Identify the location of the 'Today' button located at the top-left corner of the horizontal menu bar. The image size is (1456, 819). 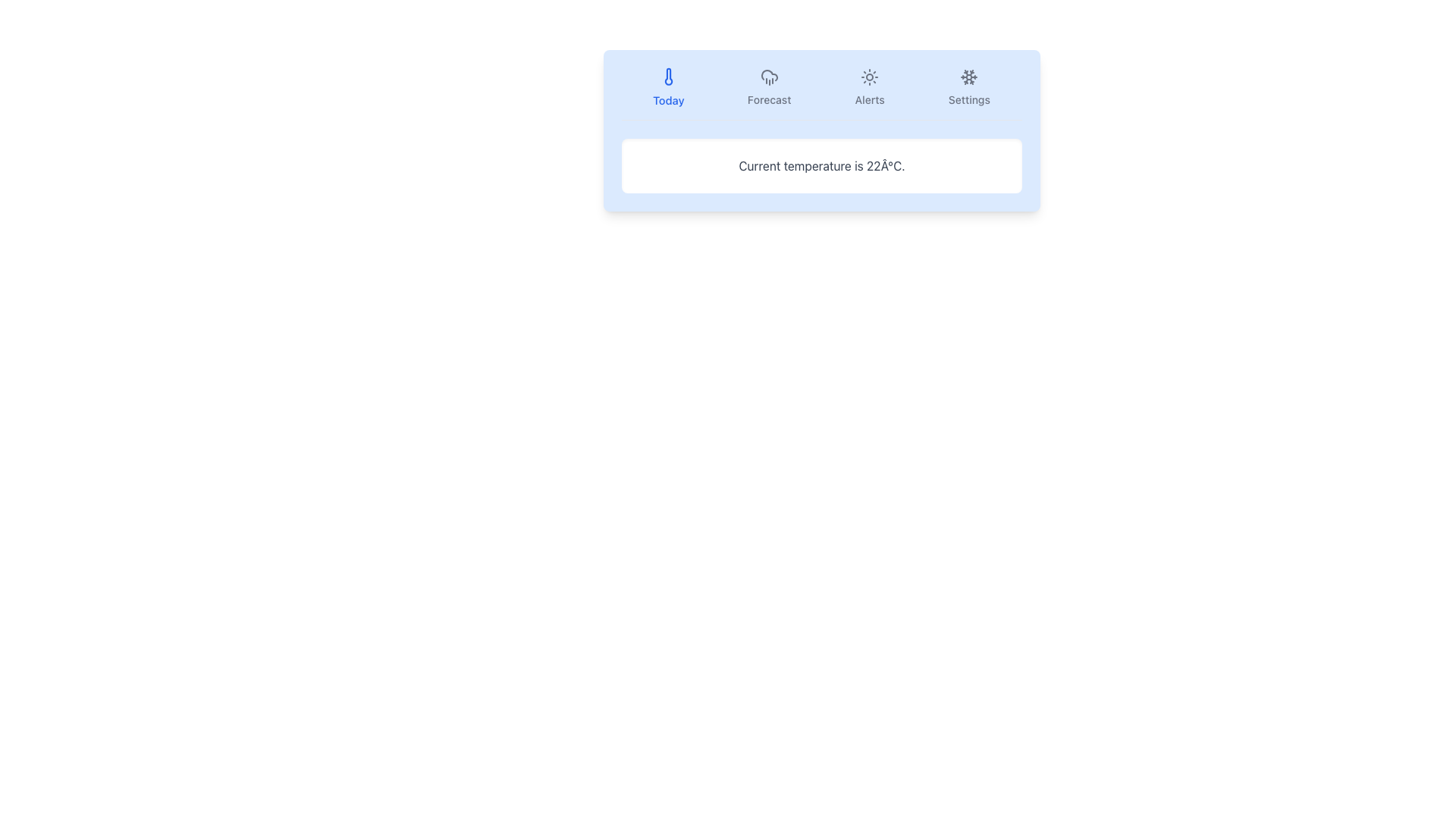
(667, 87).